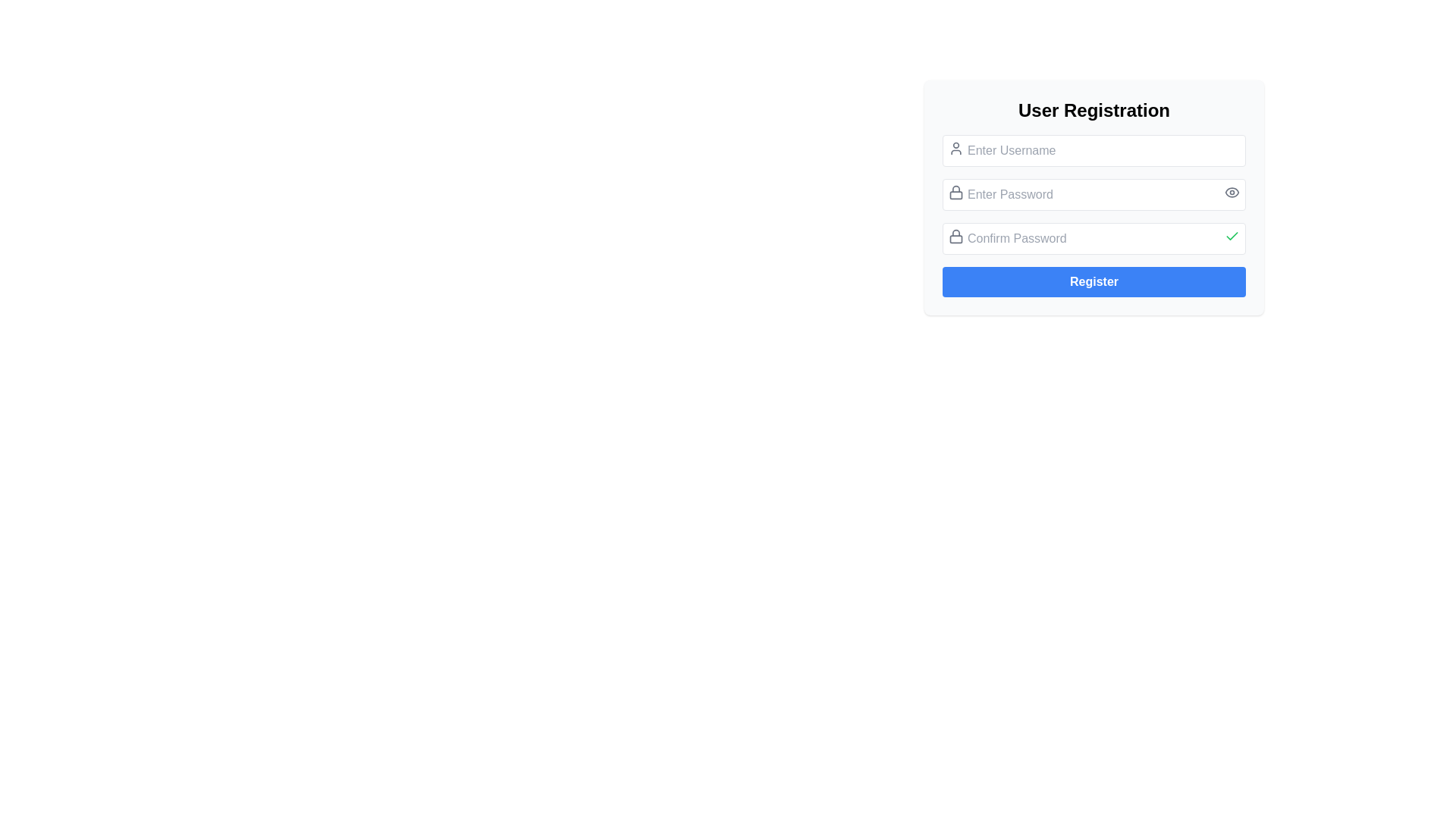 The width and height of the screenshot is (1456, 819). I want to click on the gray lock icon with rounded stroke edges, located to the left of the 'Enter Password' input field in the password entry form, so click(955, 192).